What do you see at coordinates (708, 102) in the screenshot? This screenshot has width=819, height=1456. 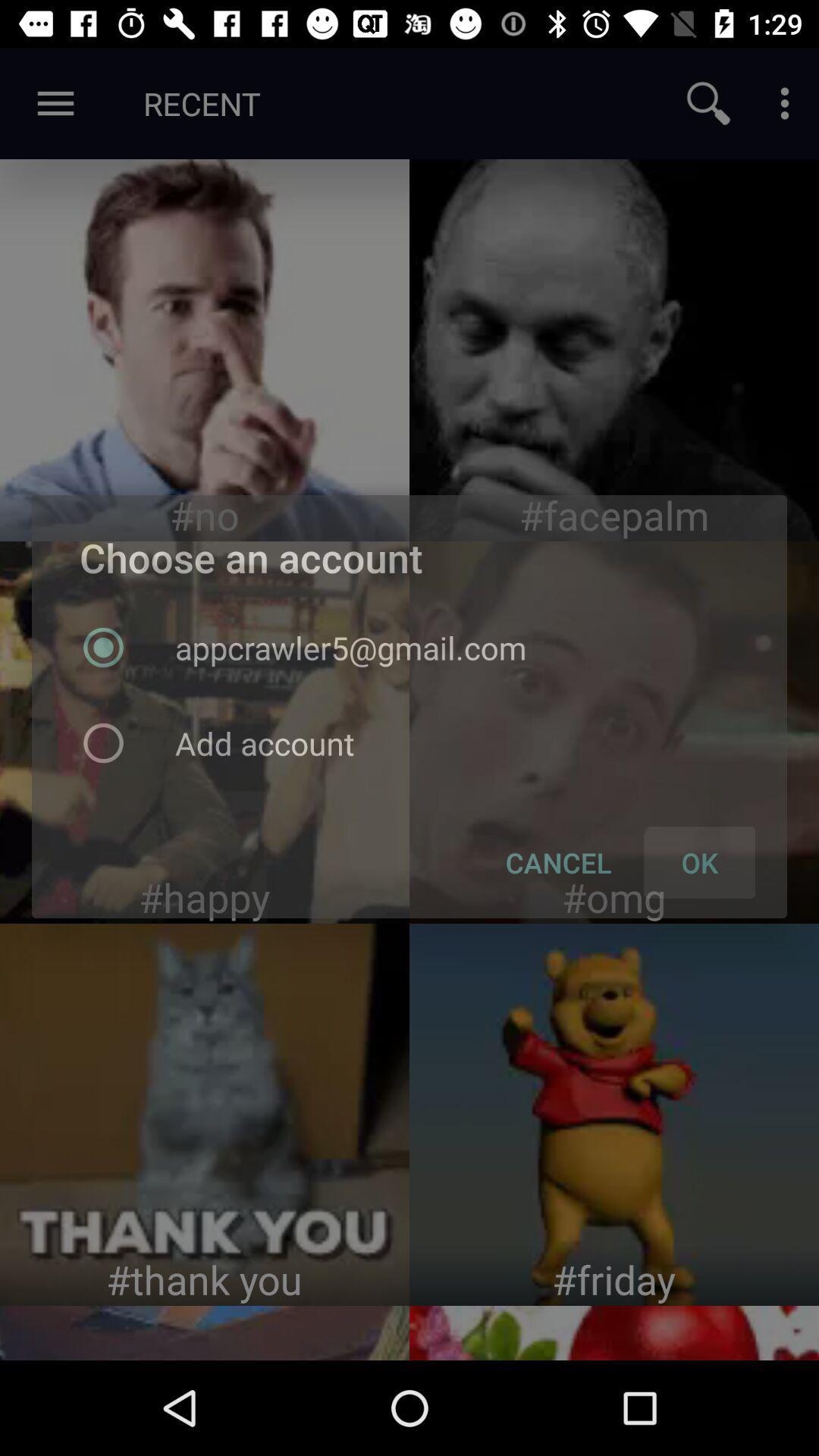 I see `searching options` at bounding box center [708, 102].